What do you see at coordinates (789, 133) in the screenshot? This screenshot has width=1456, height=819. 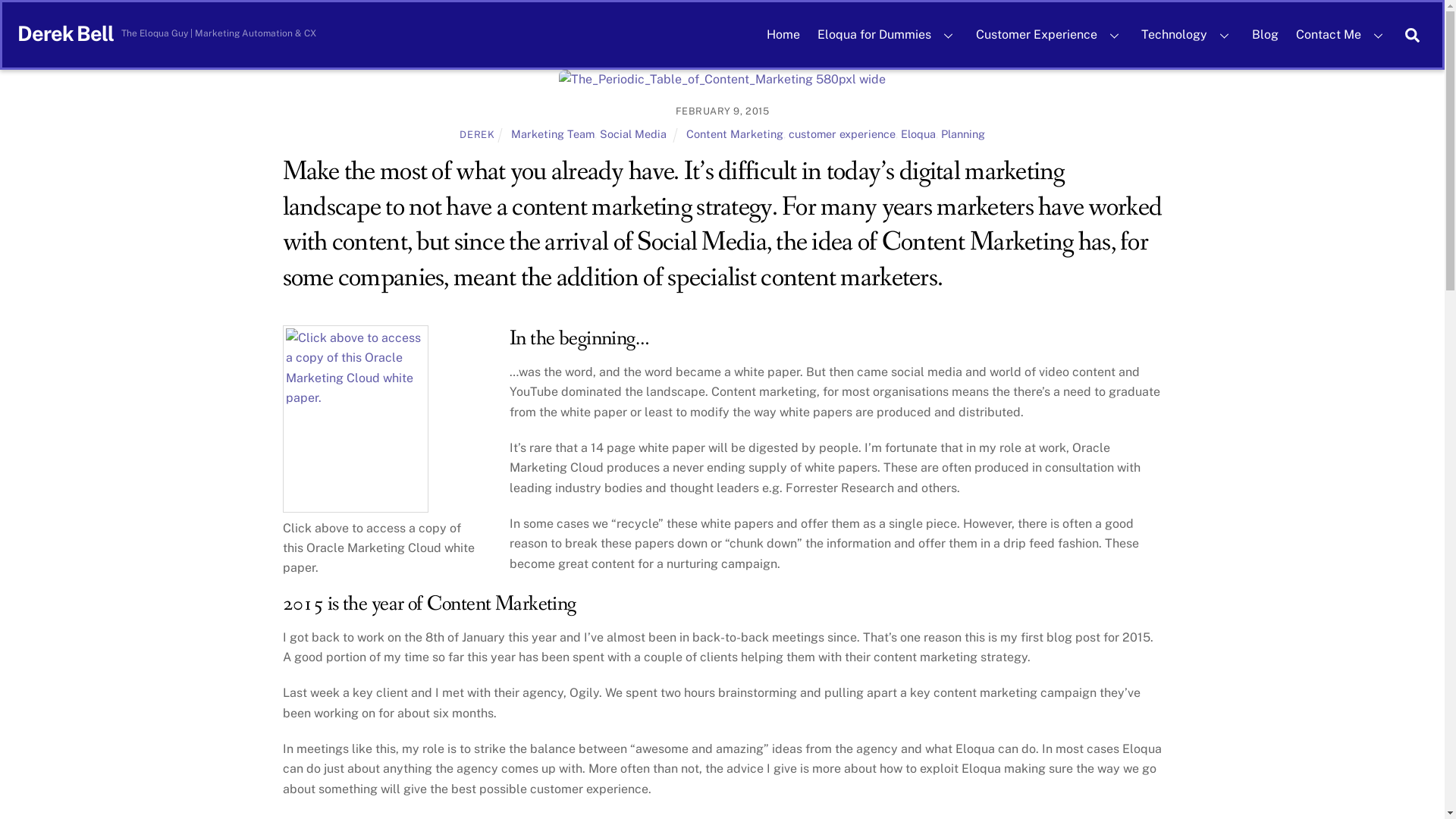 I see `'customer experience'` at bounding box center [789, 133].